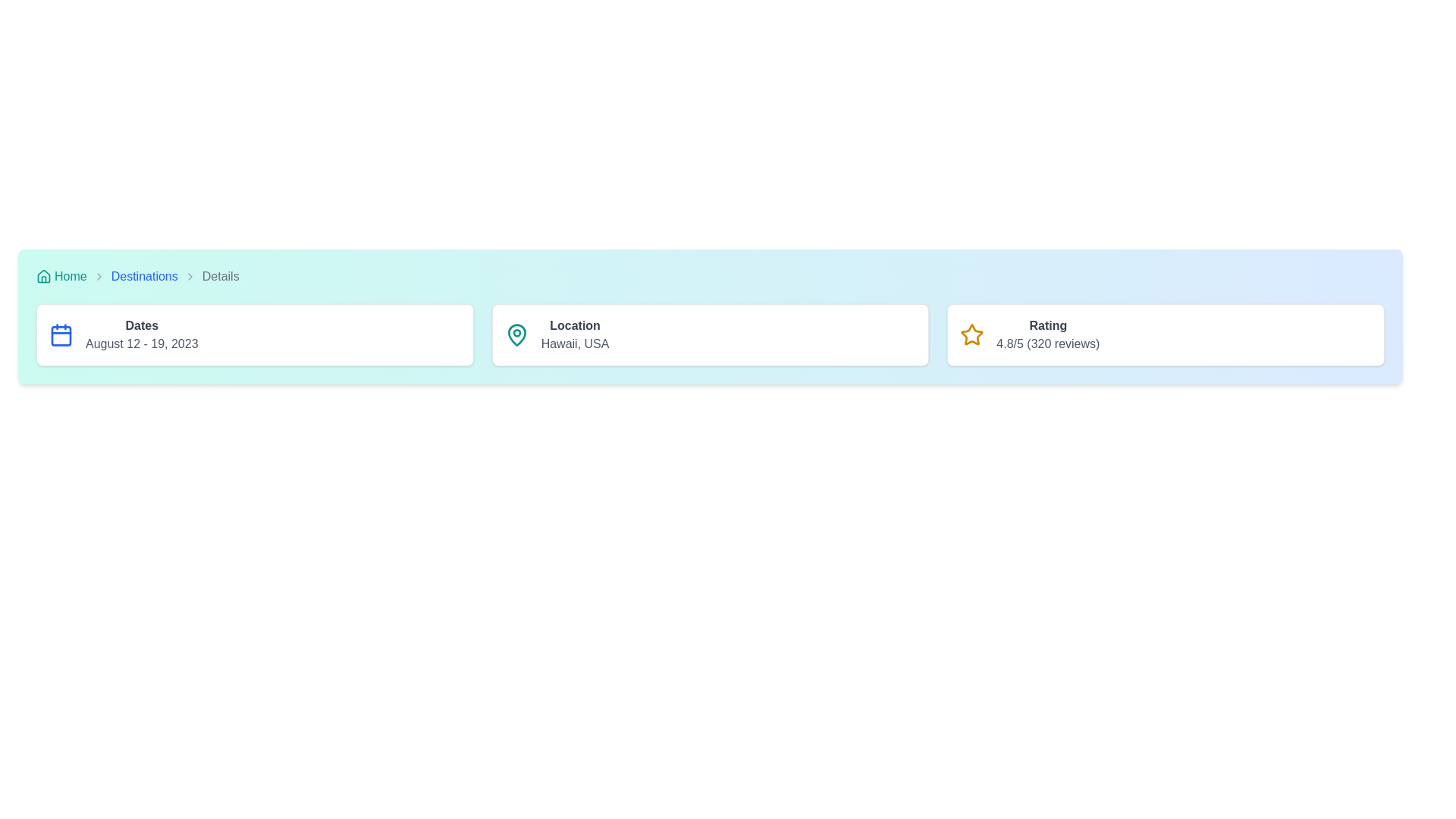 The width and height of the screenshot is (1456, 819). What do you see at coordinates (61, 334) in the screenshot?
I see `the calendar icon located at the upper-left corner of the 'Dates' card to interact with date-related content, if enabled` at bounding box center [61, 334].